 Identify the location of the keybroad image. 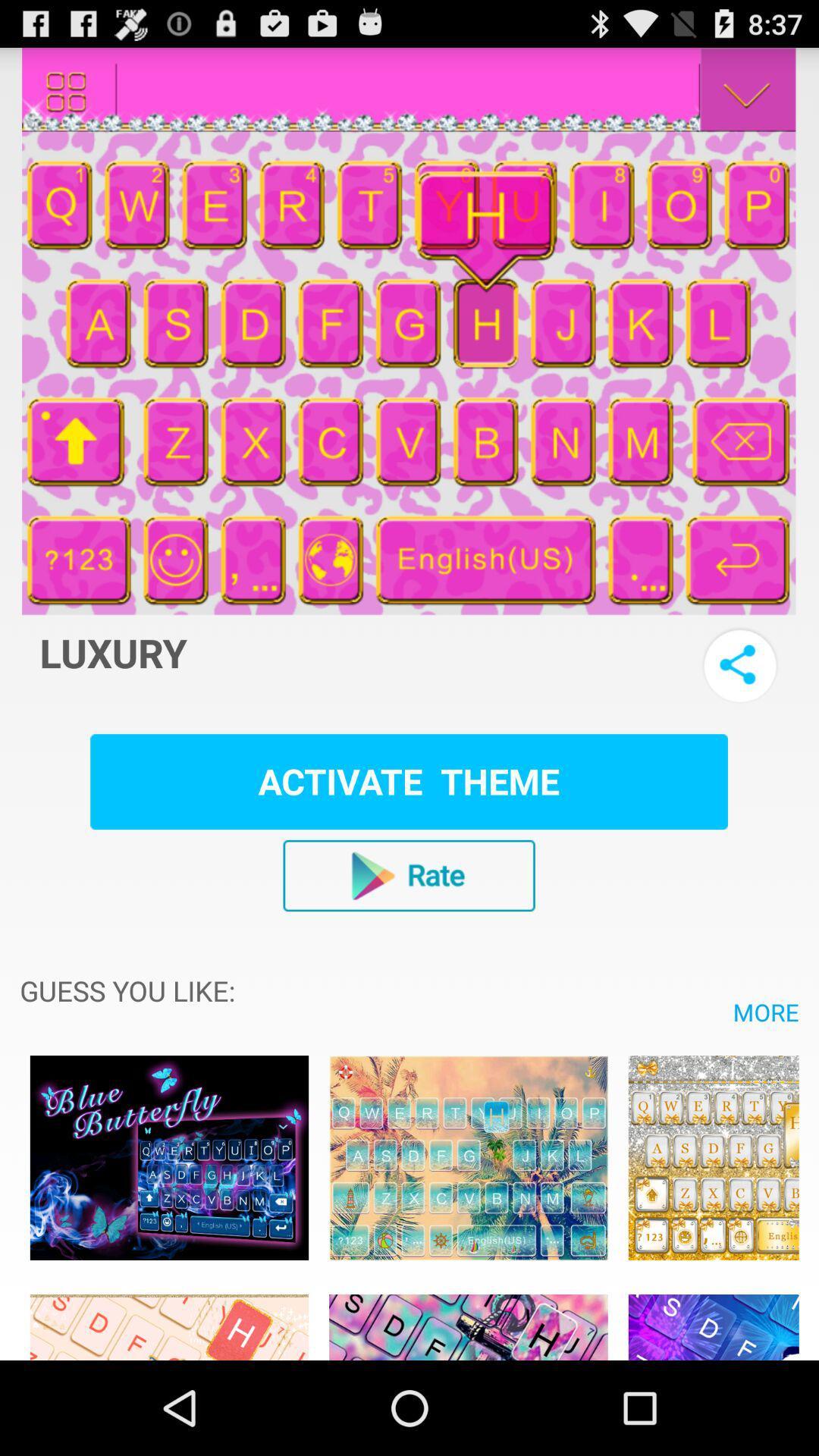
(714, 1318).